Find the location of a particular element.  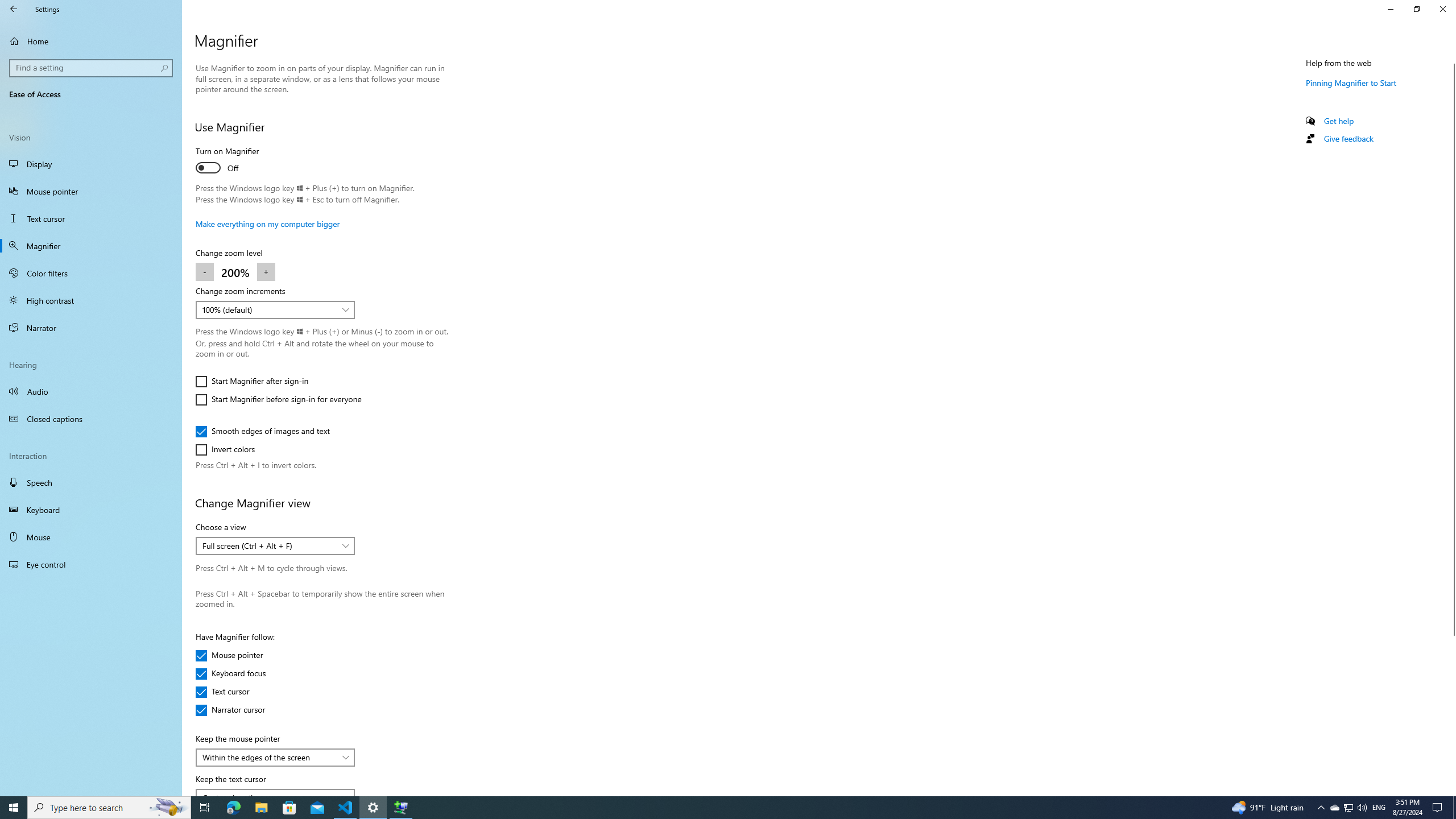

'Color filters' is located at coordinates (90, 272).